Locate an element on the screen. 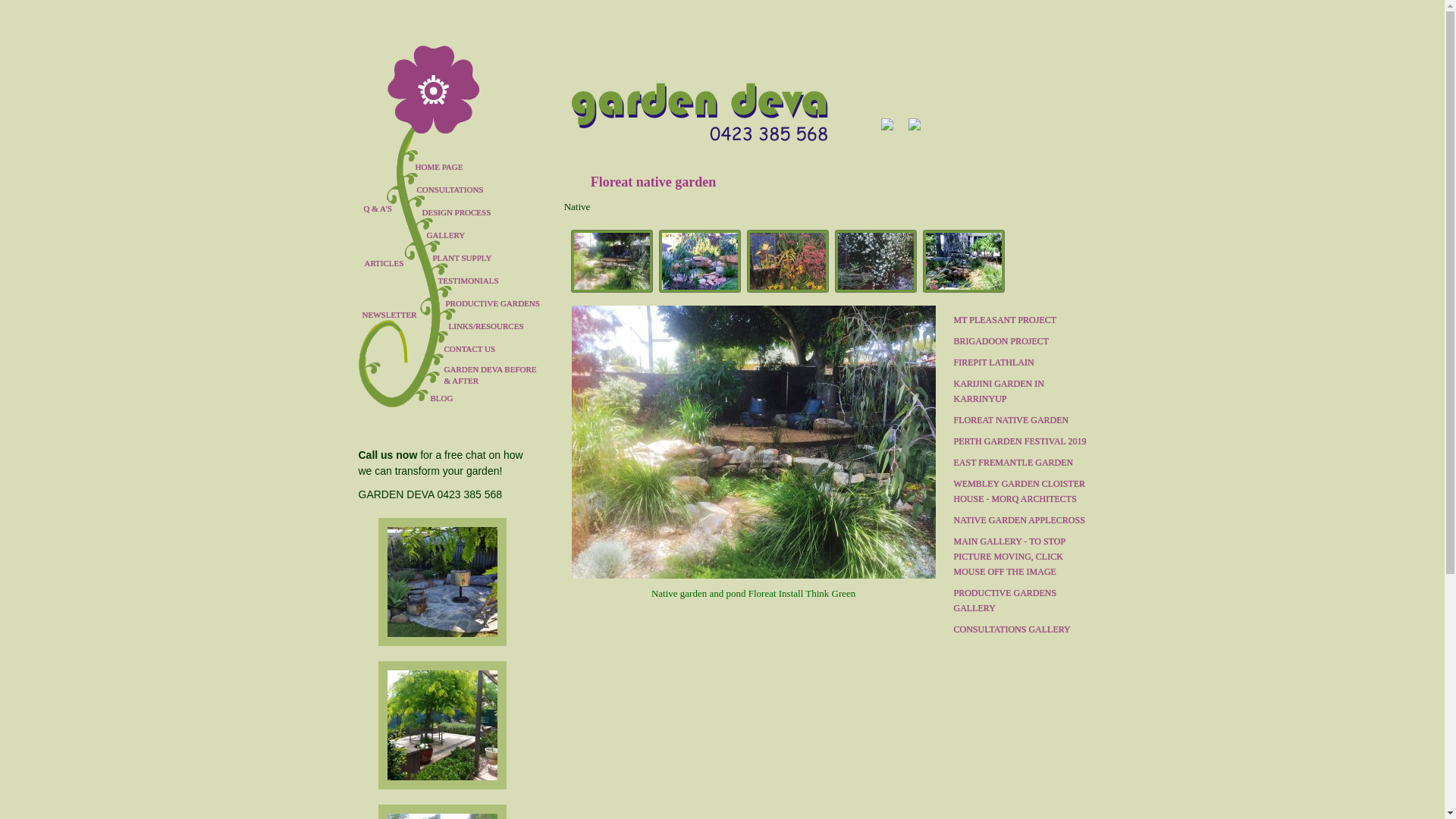 This screenshot has height=819, width=1456. 'NEWSLETTER' is located at coordinates (392, 314).